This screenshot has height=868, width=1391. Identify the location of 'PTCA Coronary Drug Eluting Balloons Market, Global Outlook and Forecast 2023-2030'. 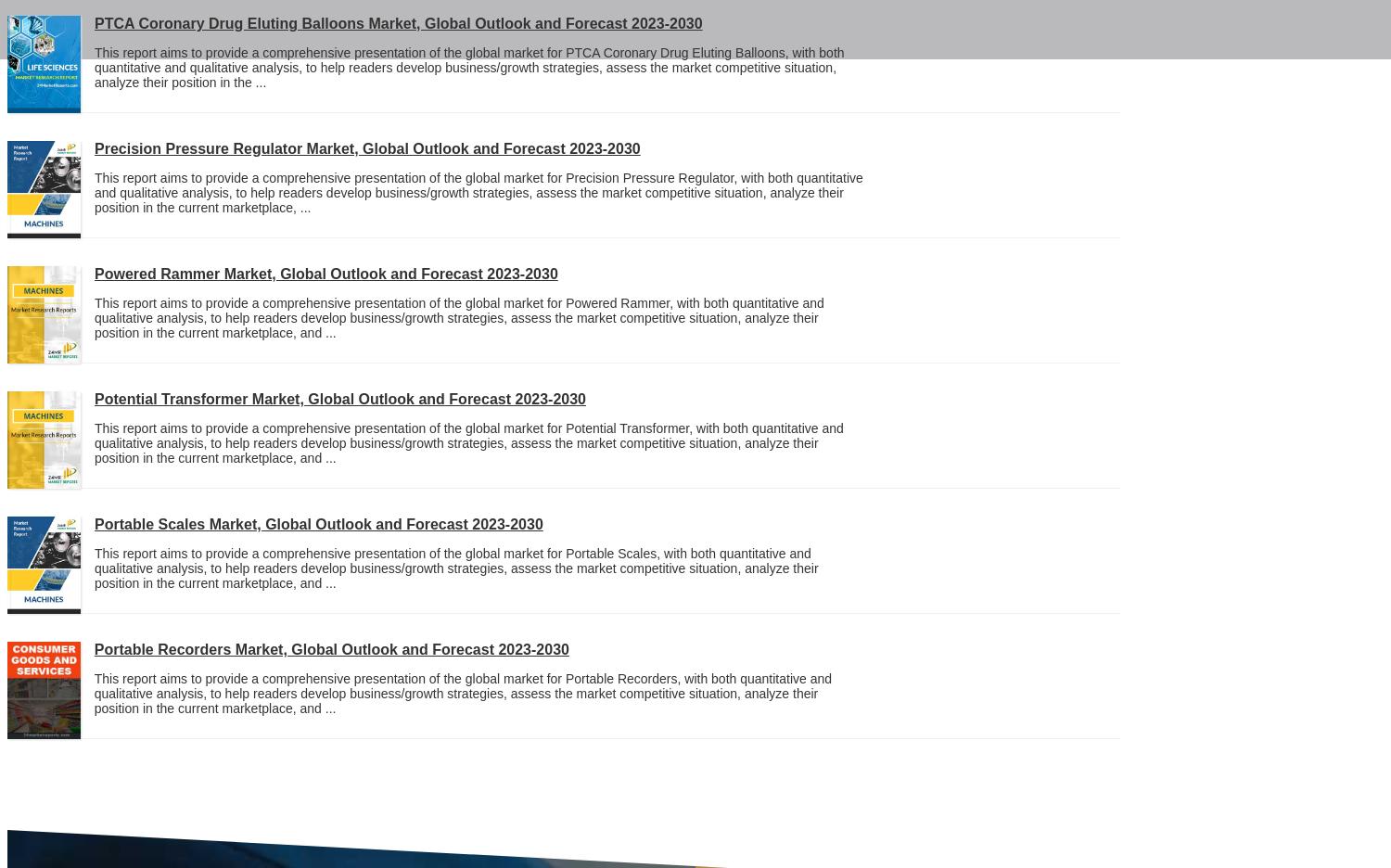
(398, 22).